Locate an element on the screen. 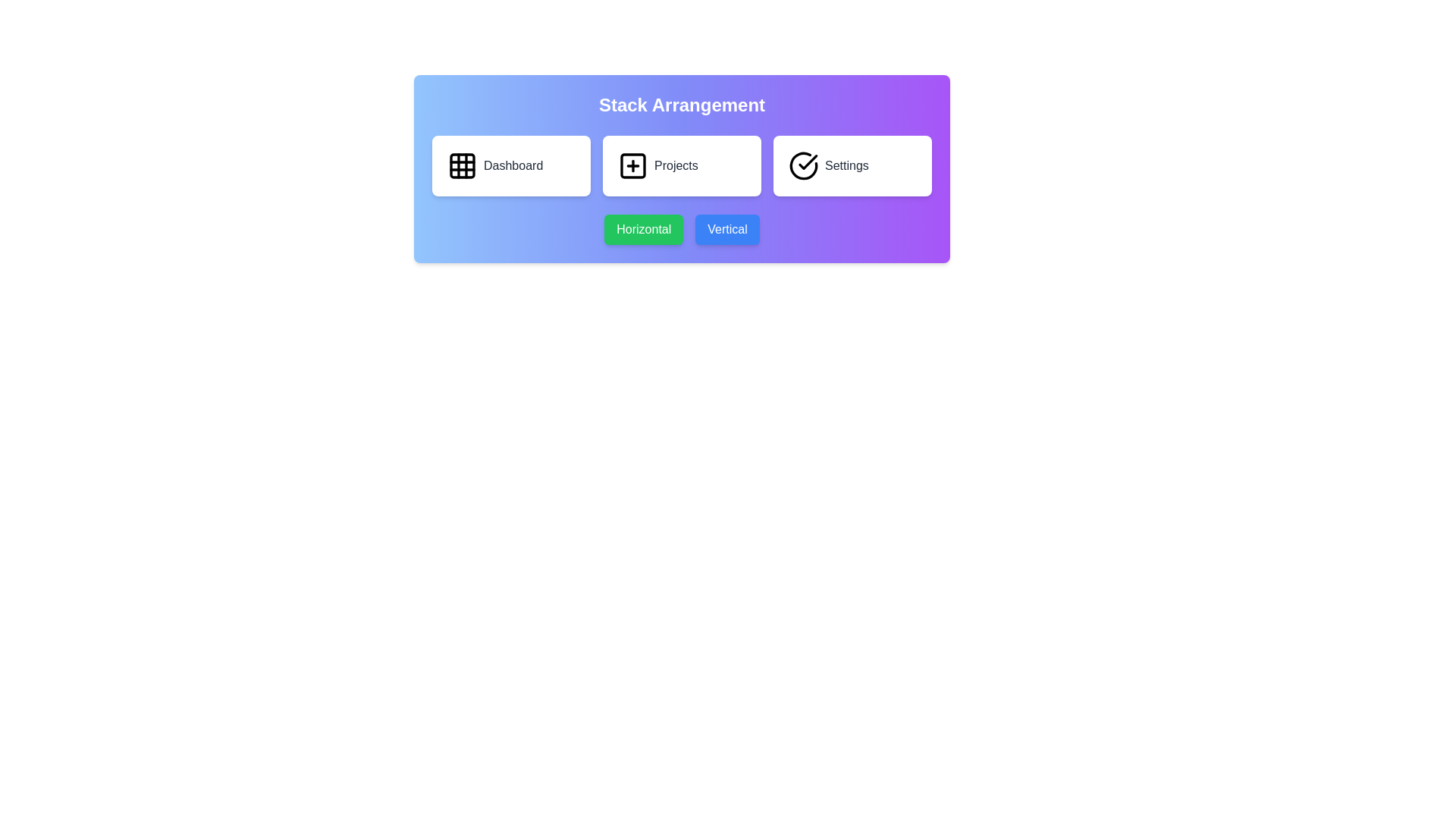 The height and width of the screenshot is (819, 1456). the 'Dashboard' button, which is the first element in a horizontal arrangement of three buttons is located at coordinates (511, 166).